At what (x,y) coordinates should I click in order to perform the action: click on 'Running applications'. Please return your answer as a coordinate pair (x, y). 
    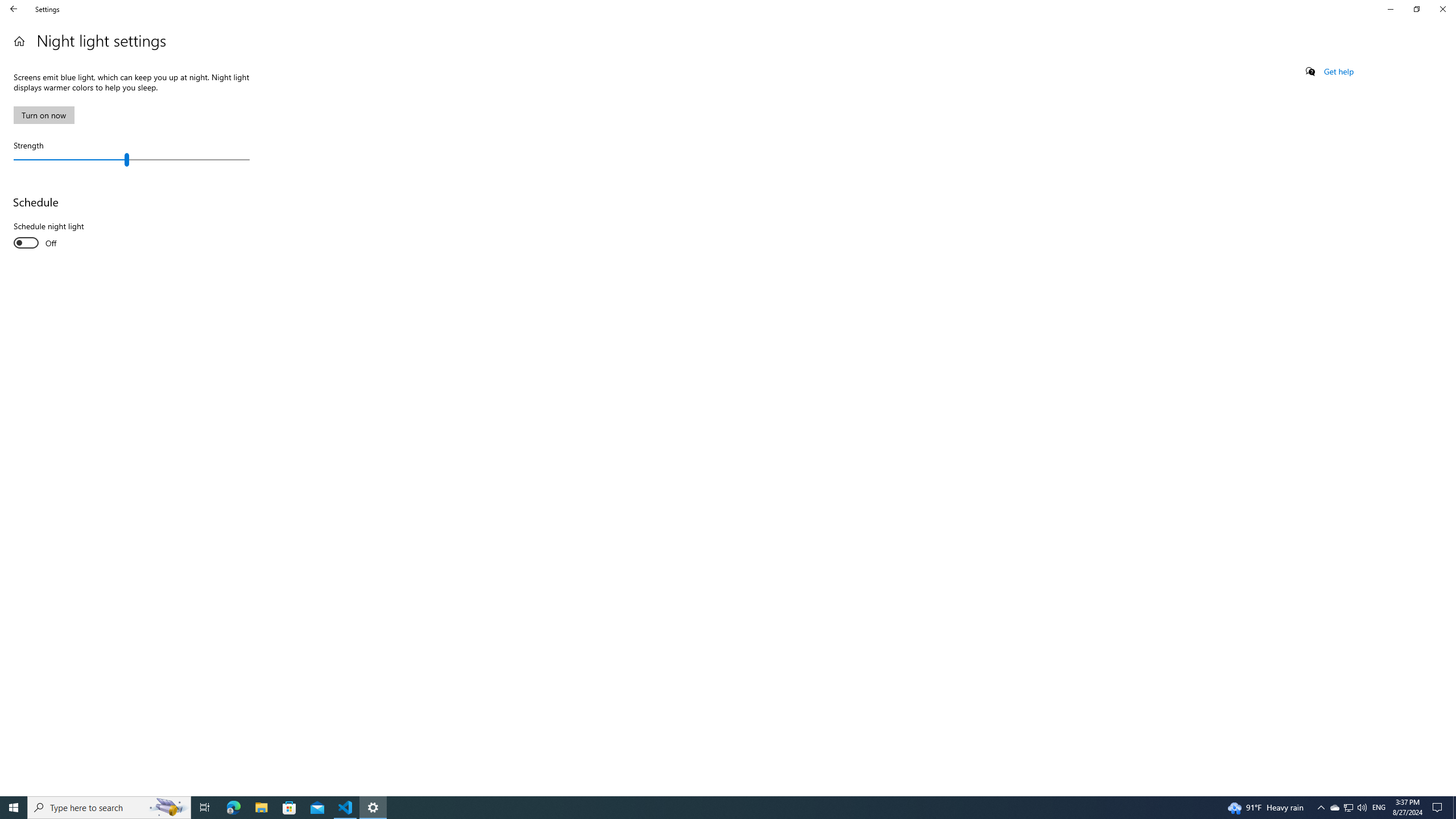
    Looking at the image, I should click on (706, 806).